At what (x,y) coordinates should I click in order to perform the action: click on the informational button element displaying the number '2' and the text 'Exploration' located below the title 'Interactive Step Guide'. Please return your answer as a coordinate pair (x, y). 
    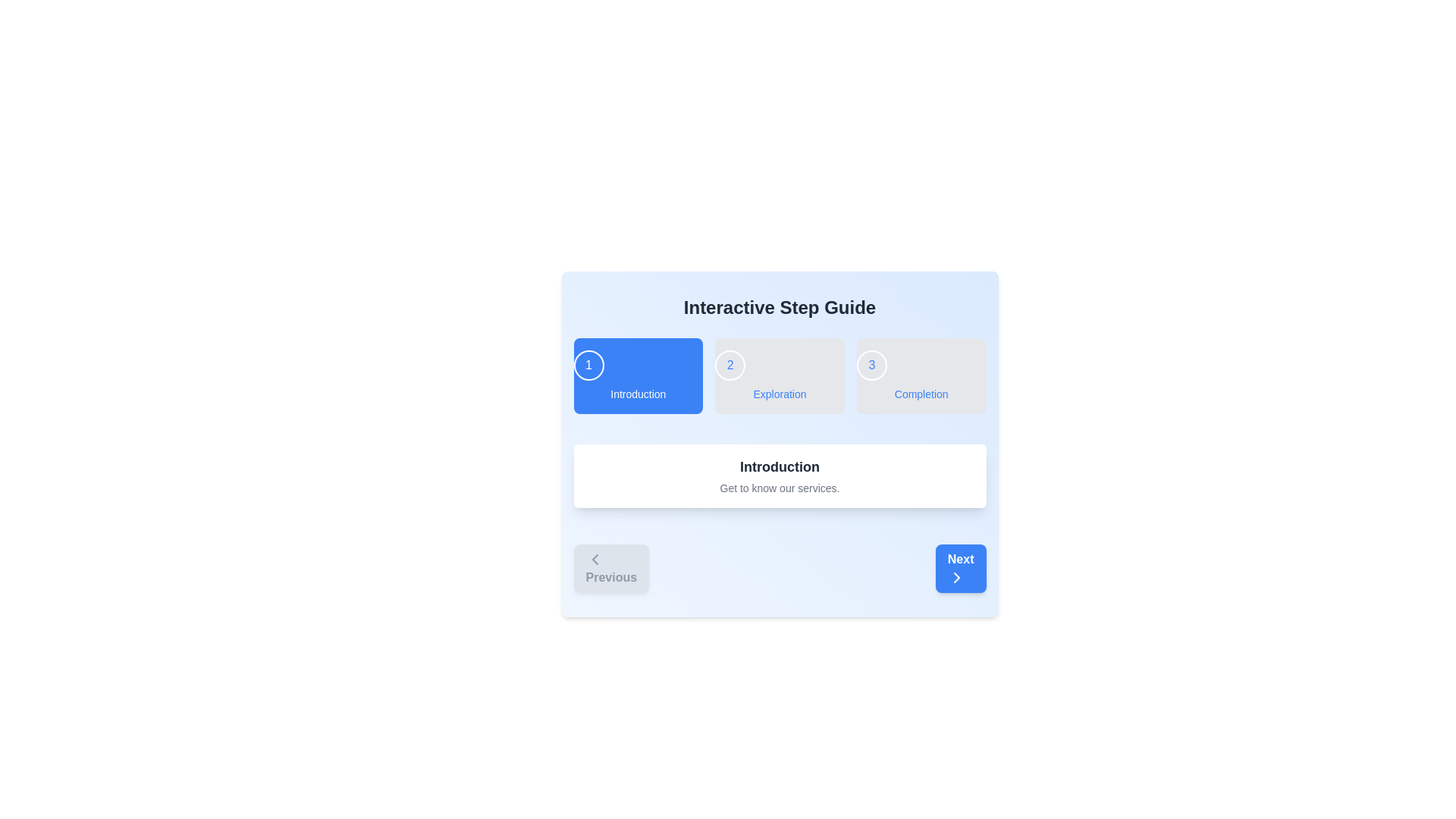
    Looking at the image, I should click on (780, 375).